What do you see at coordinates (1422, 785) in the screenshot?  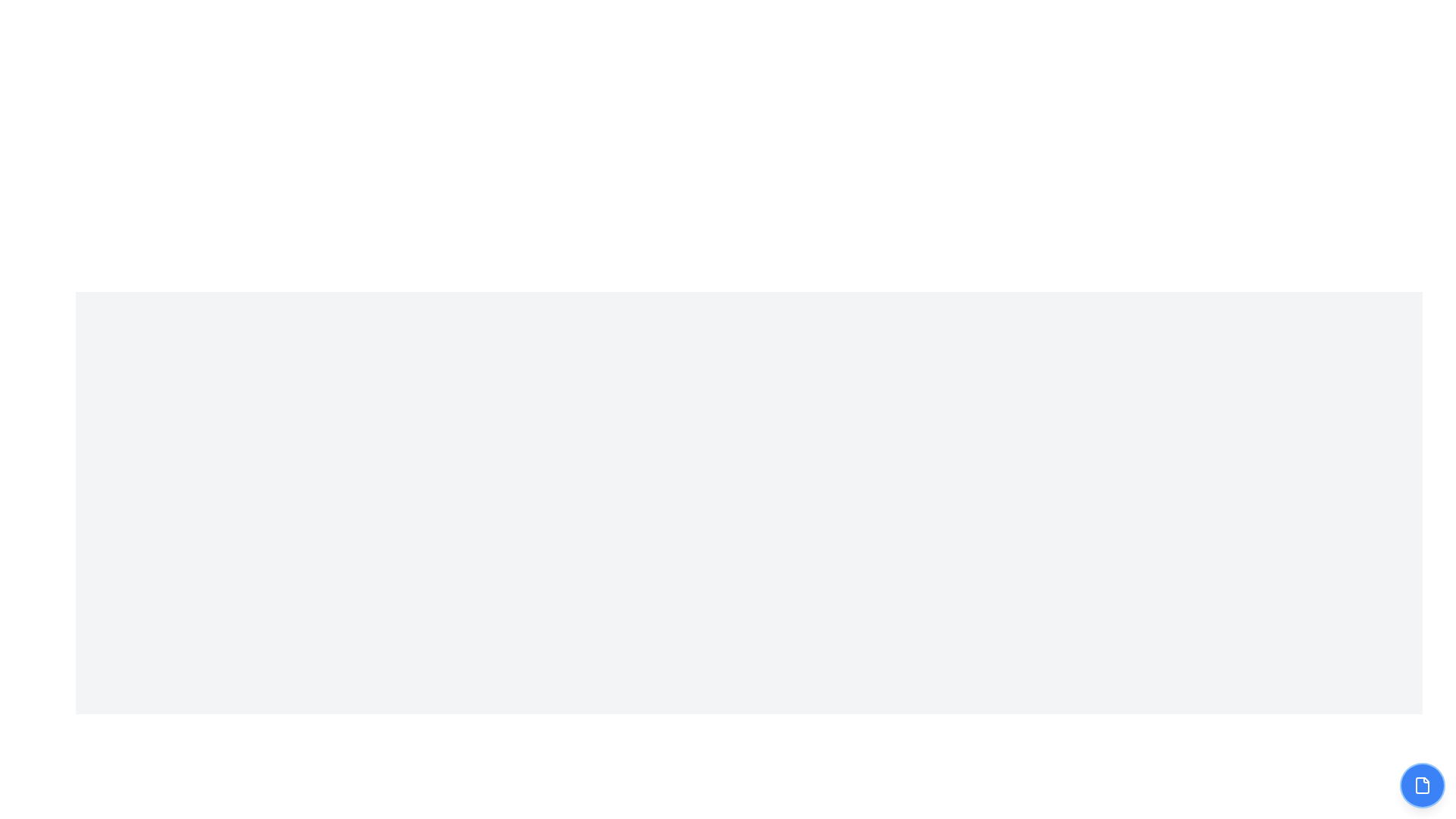 I see `the circular button in the bottom-right corner of the interface, which has a blue background and a white file icon` at bounding box center [1422, 785].